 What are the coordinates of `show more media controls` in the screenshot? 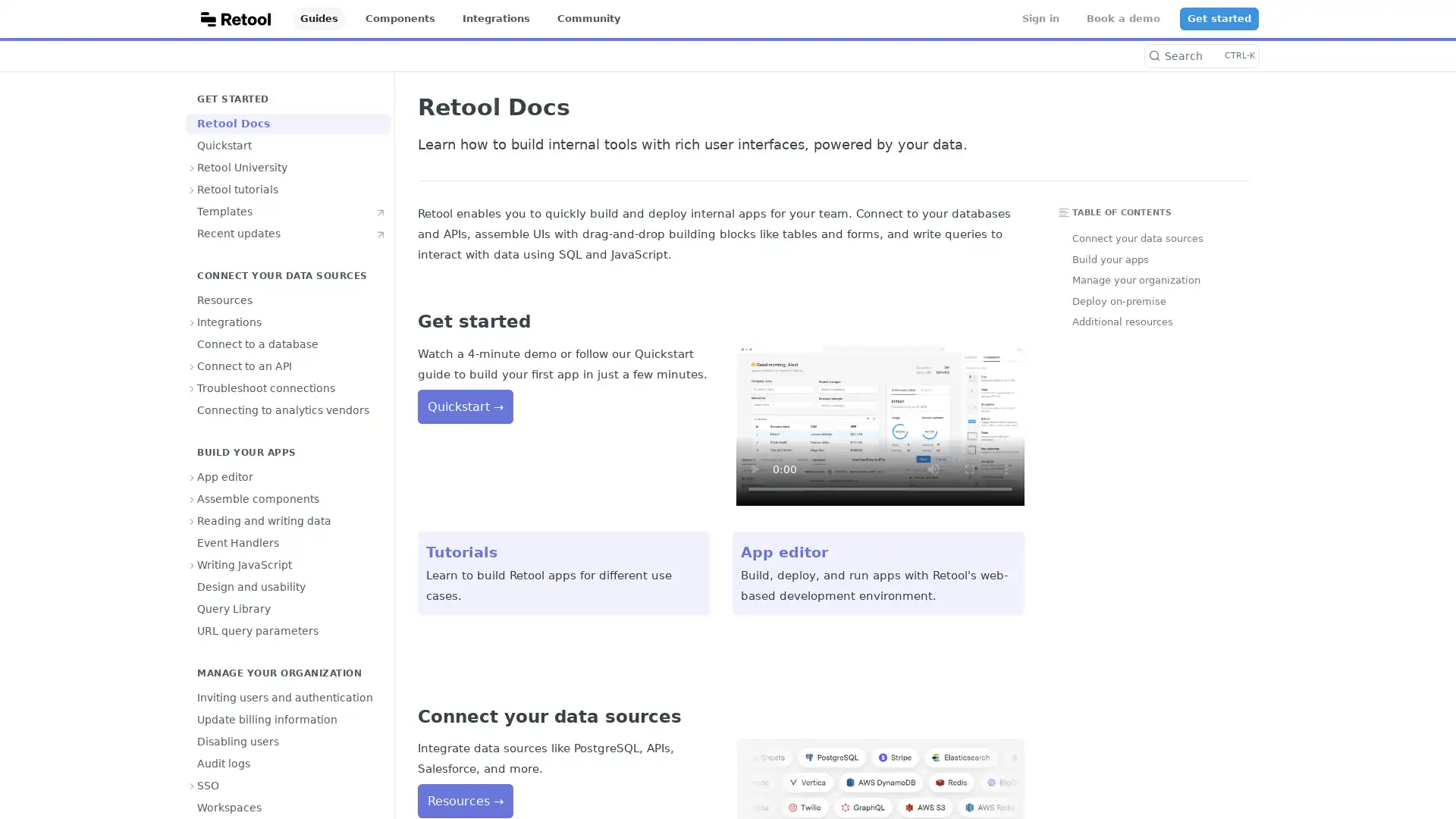 It's located at (1006, 468).